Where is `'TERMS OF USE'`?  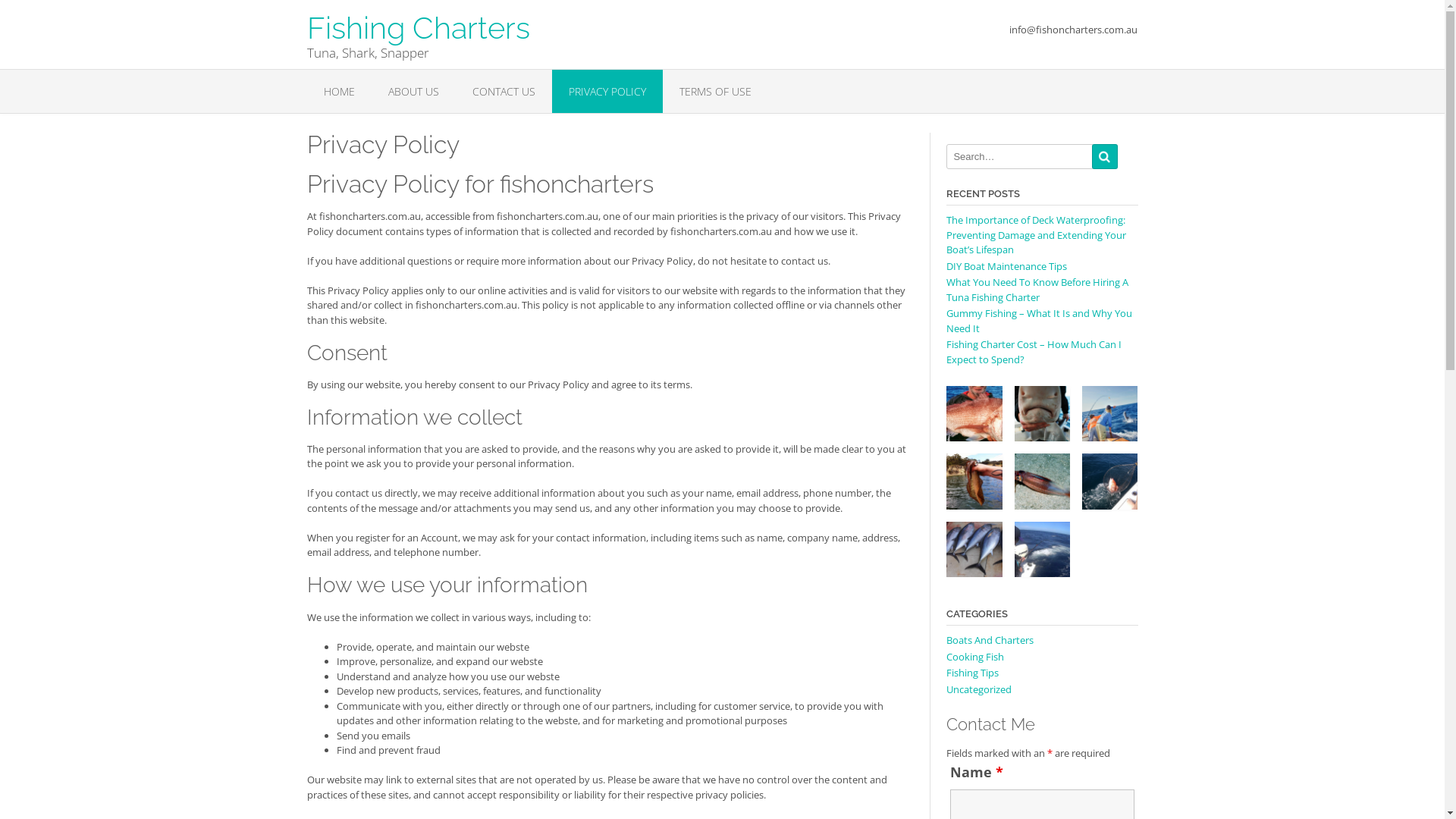
'TERMS OF USE' is located at coordinates (714, 91).